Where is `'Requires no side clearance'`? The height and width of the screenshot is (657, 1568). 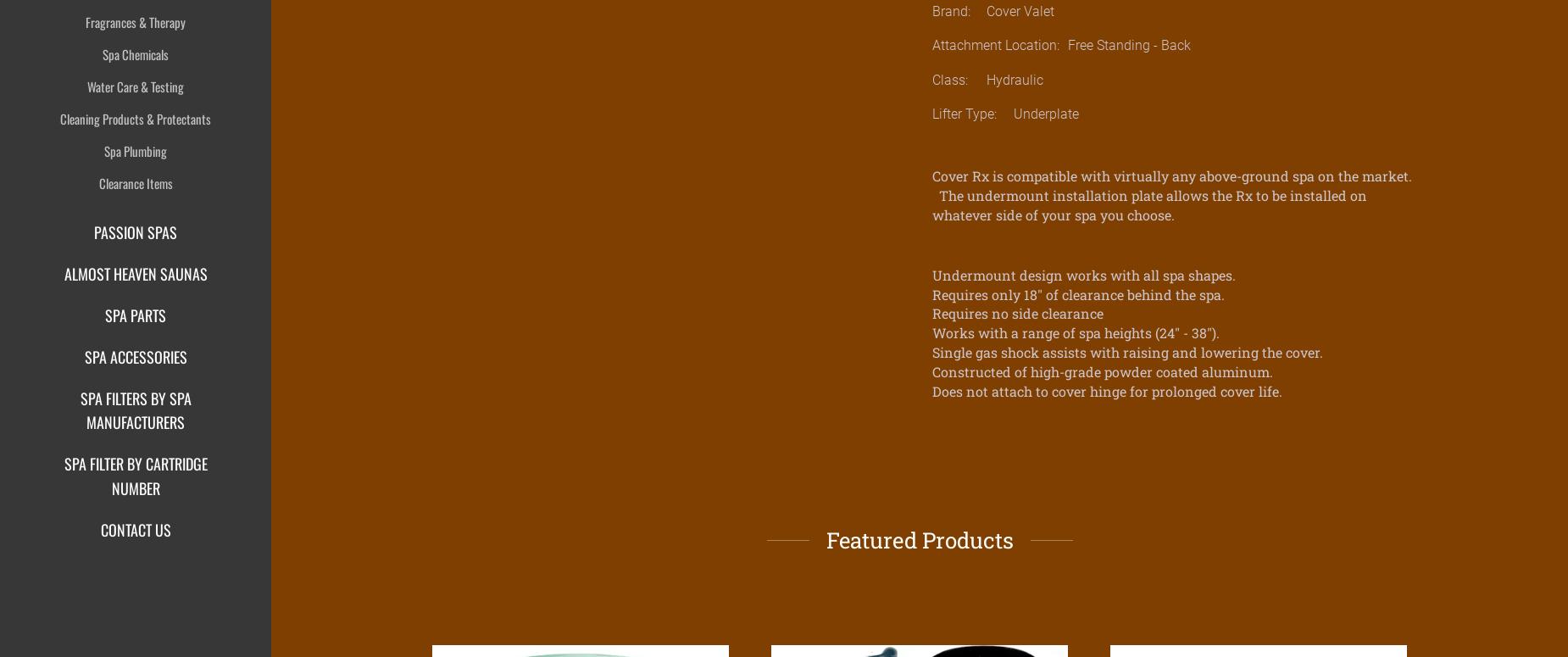
'Requires no side clearance' is located at coordinates (1017, 313).